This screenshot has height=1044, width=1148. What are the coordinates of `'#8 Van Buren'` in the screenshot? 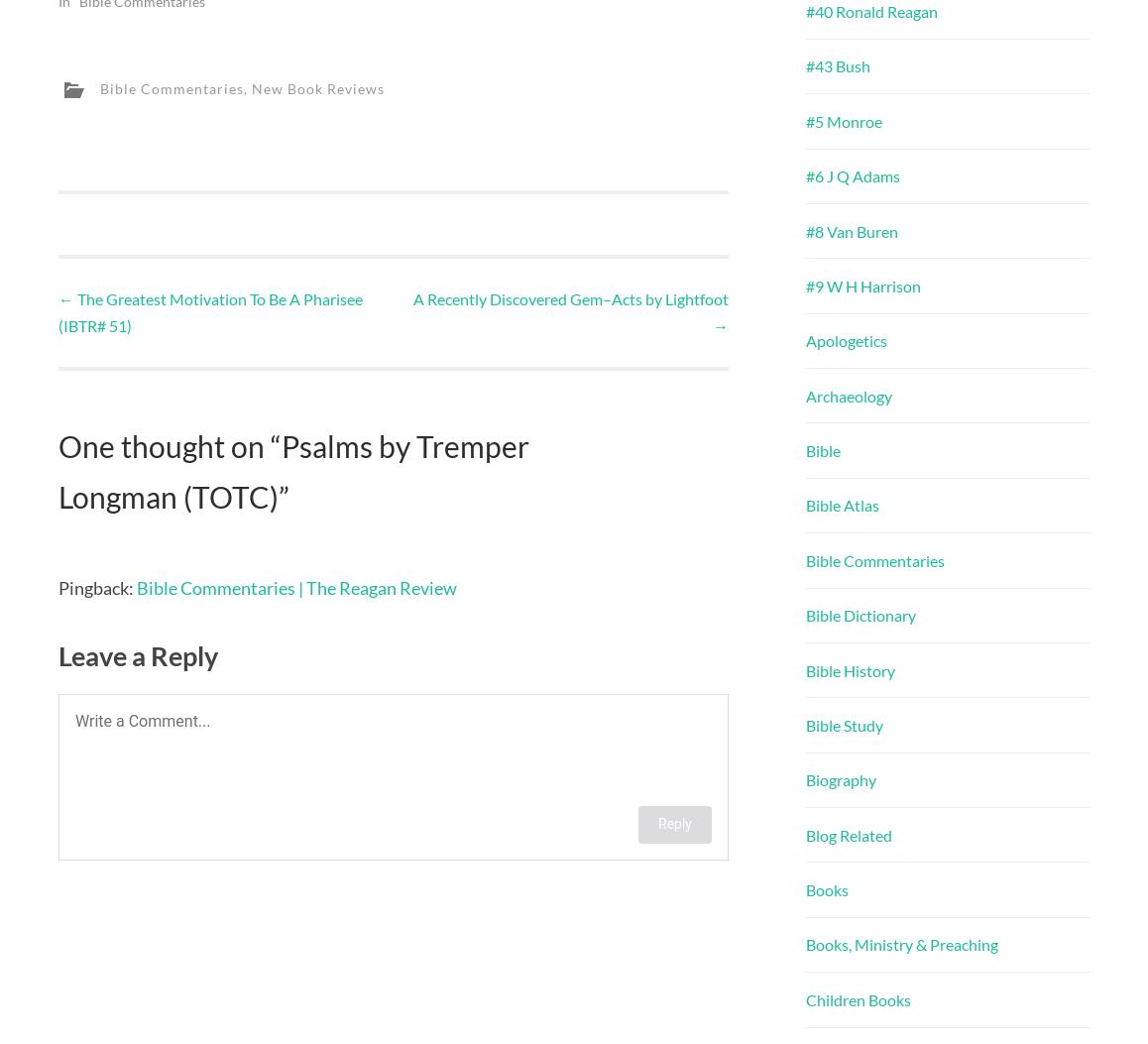 It's located at (851, 230).